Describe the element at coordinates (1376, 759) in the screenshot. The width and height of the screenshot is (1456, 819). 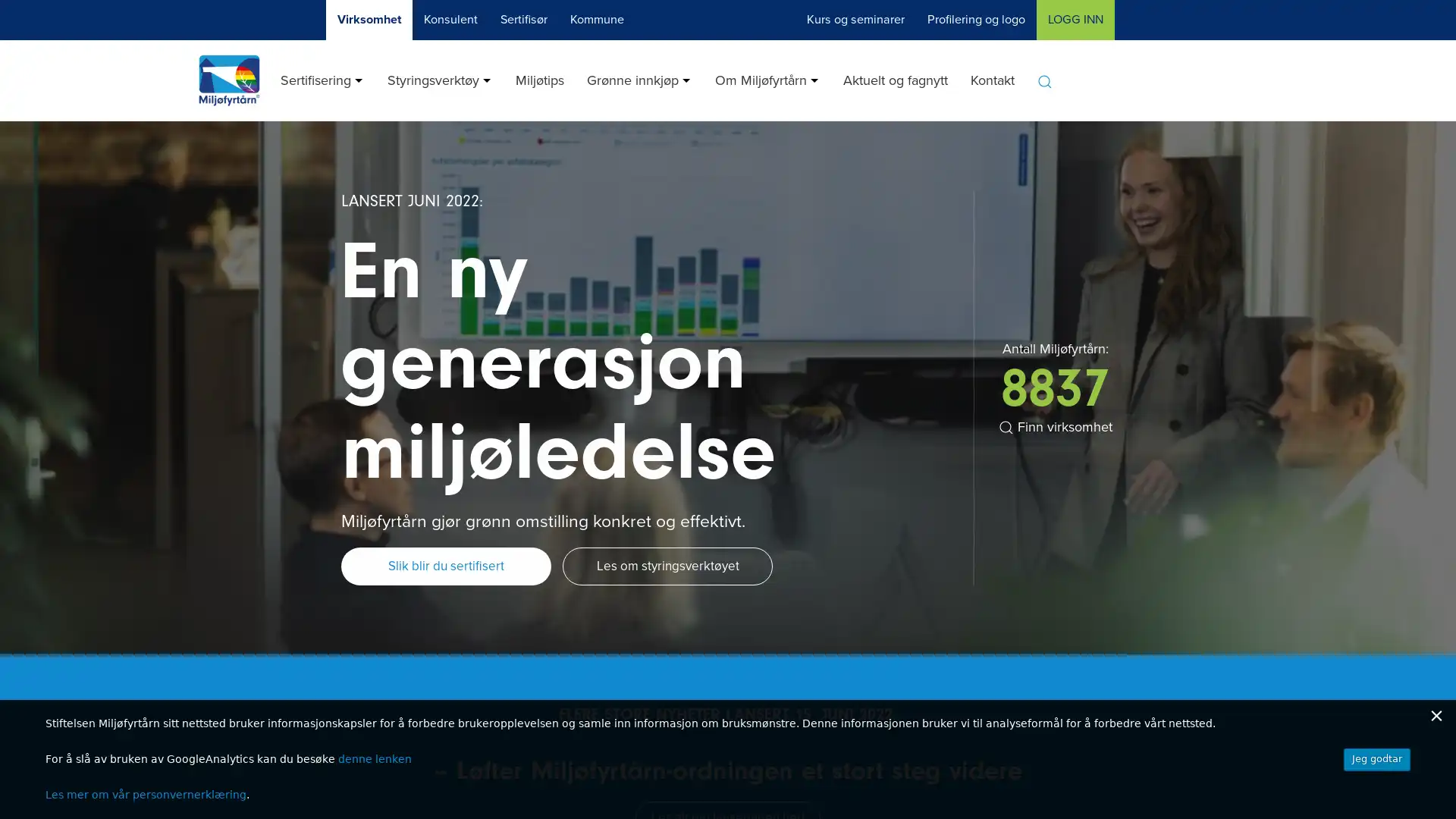
I see `Jeg godtar` at that location.